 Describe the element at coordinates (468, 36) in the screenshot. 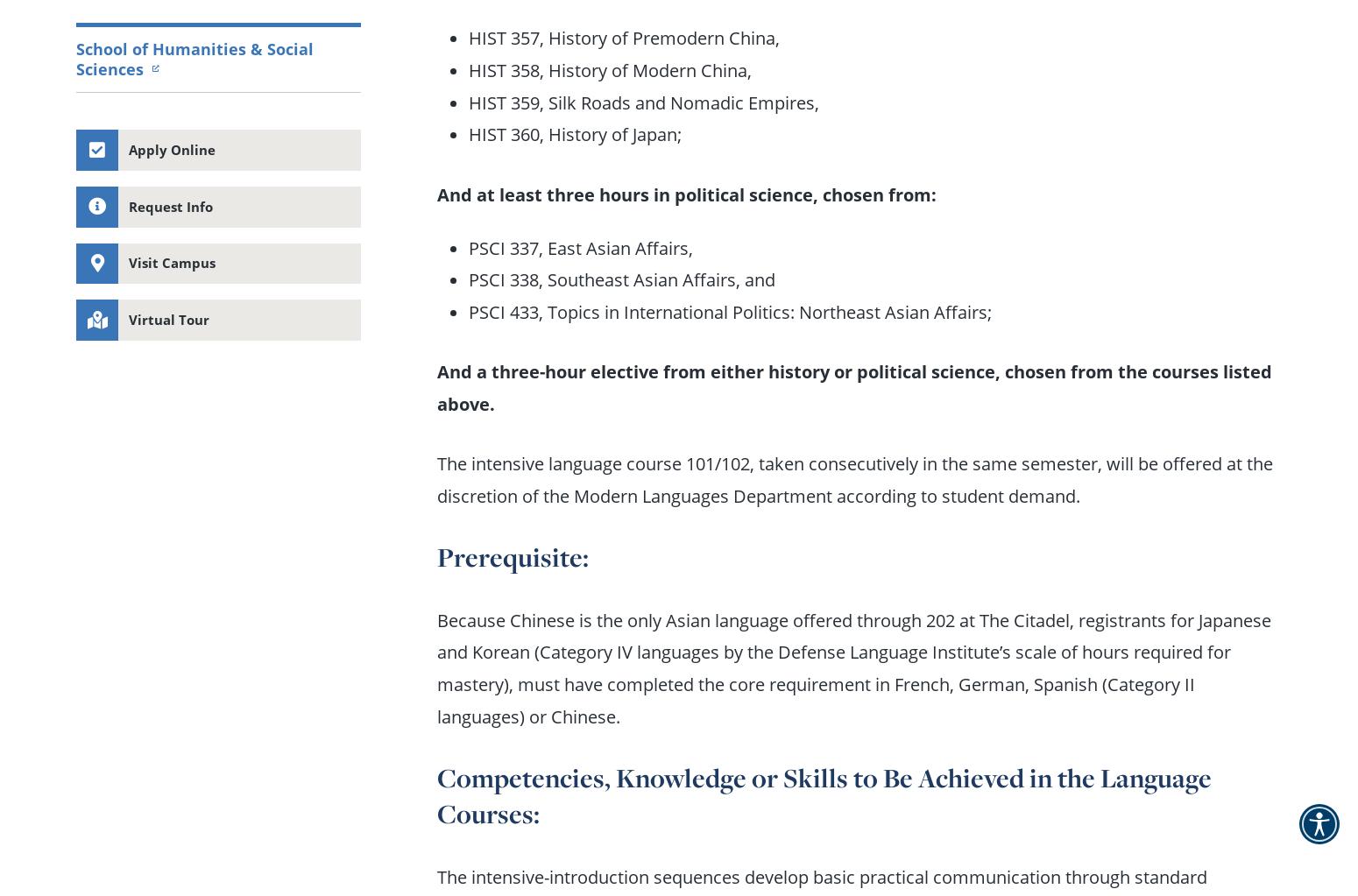

I see `'HIST 357, History of Premodern China,'` at that location.